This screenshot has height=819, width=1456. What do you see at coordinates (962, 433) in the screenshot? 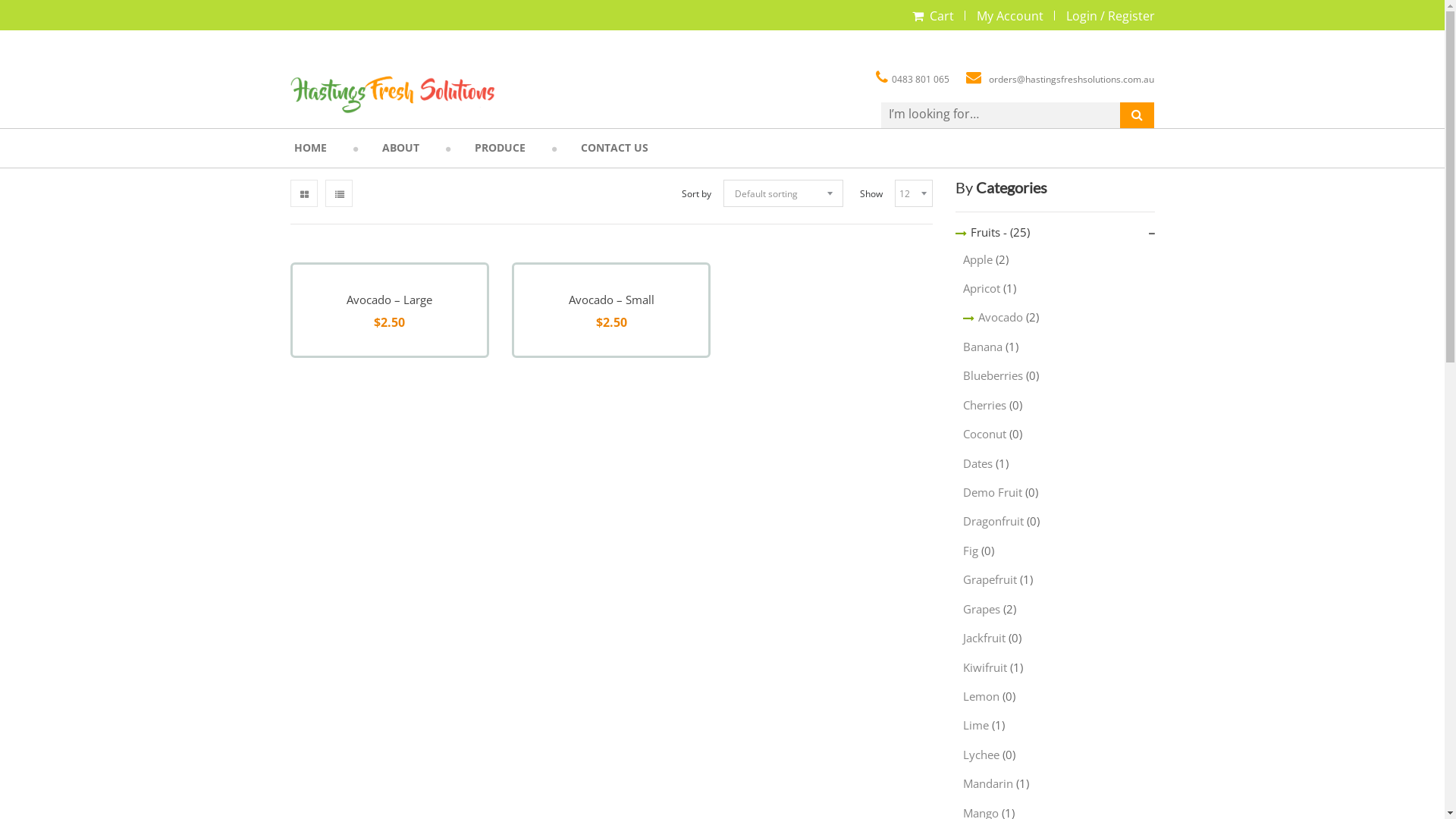
I see `'Coconut'` at bounding box center [962, 433].